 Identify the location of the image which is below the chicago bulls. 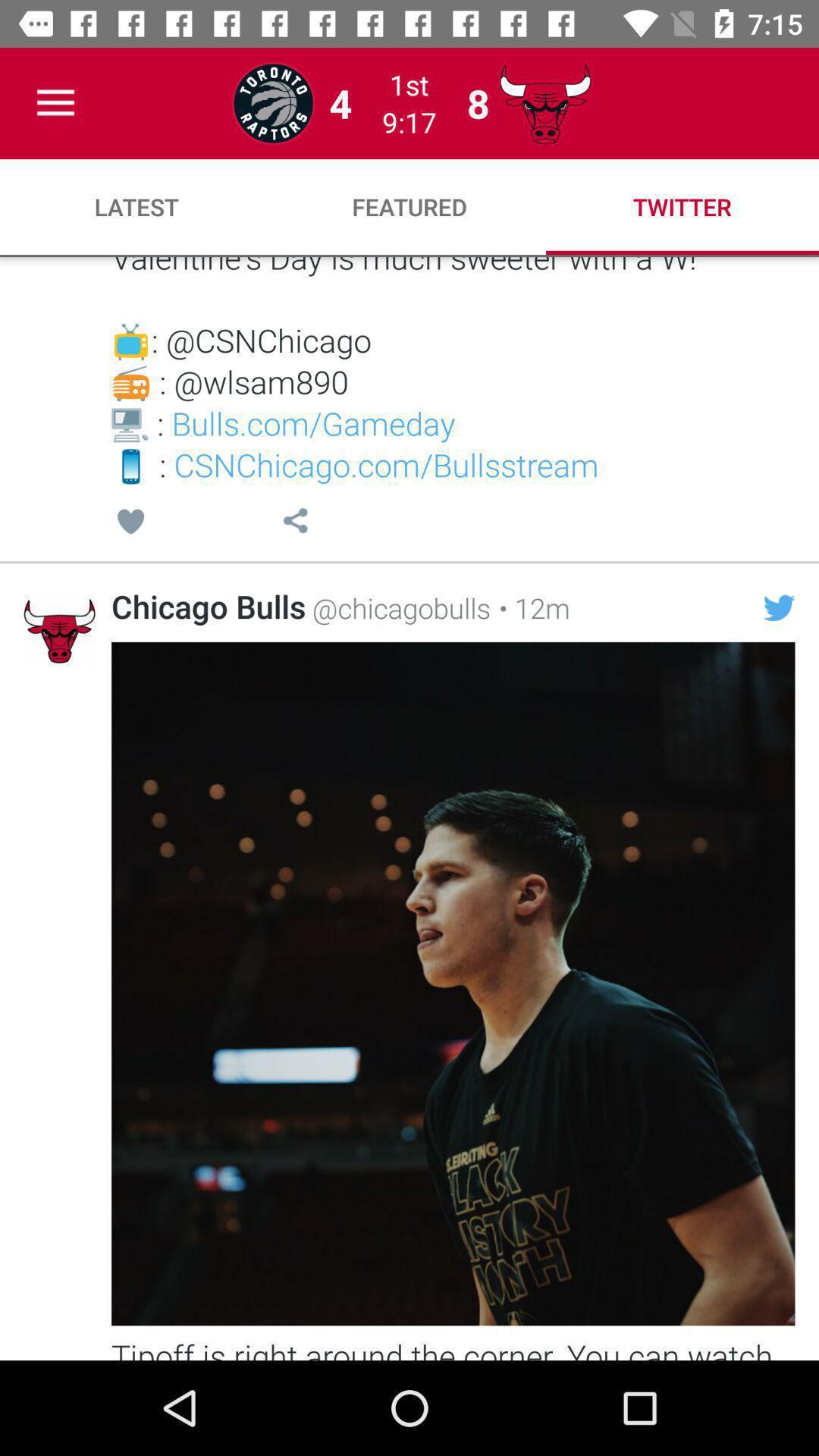
(452, 984).